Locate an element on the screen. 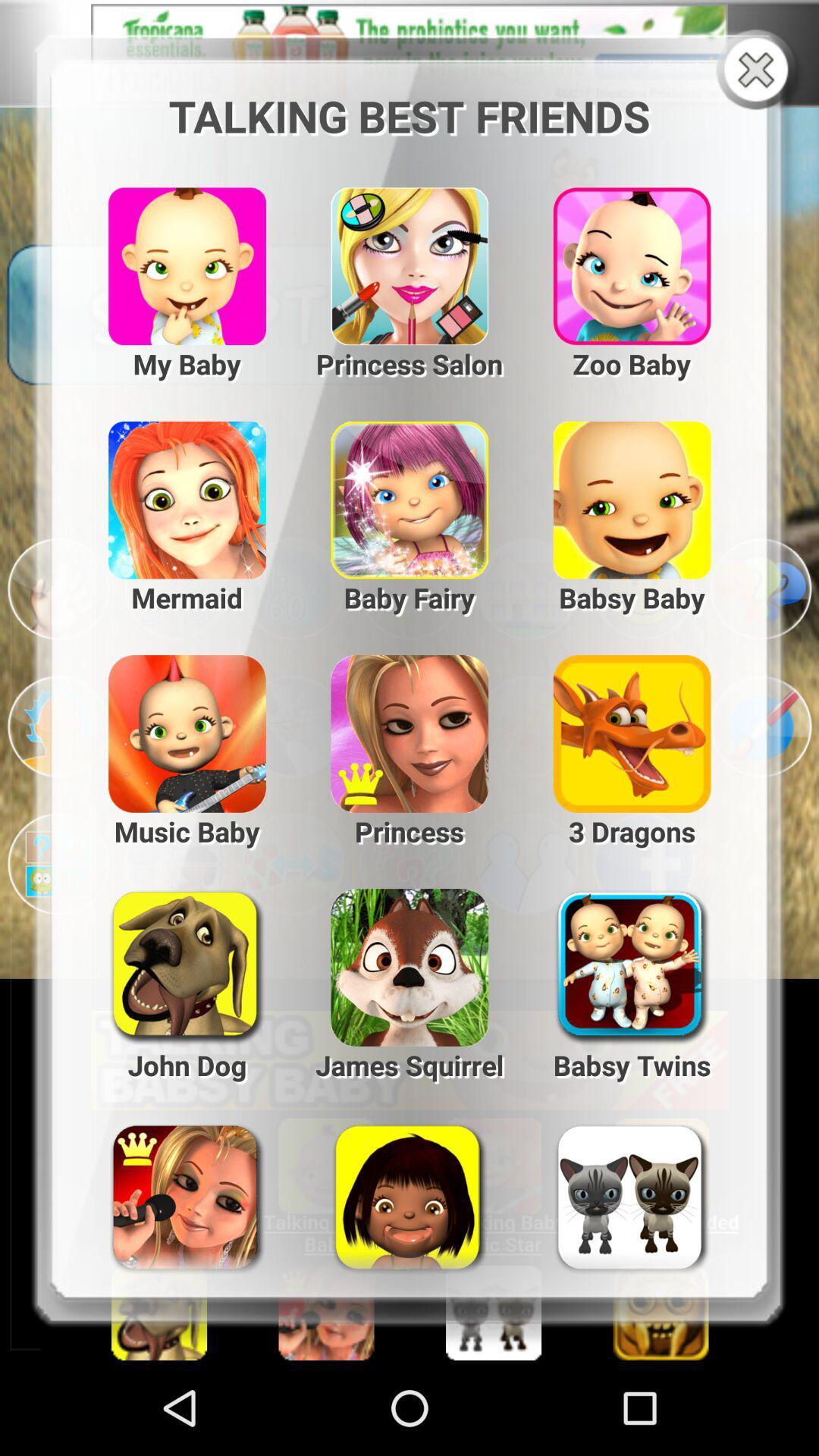 The height and width of the screenshot is (1456, 819). exit button is located at coordinates (759, 71).